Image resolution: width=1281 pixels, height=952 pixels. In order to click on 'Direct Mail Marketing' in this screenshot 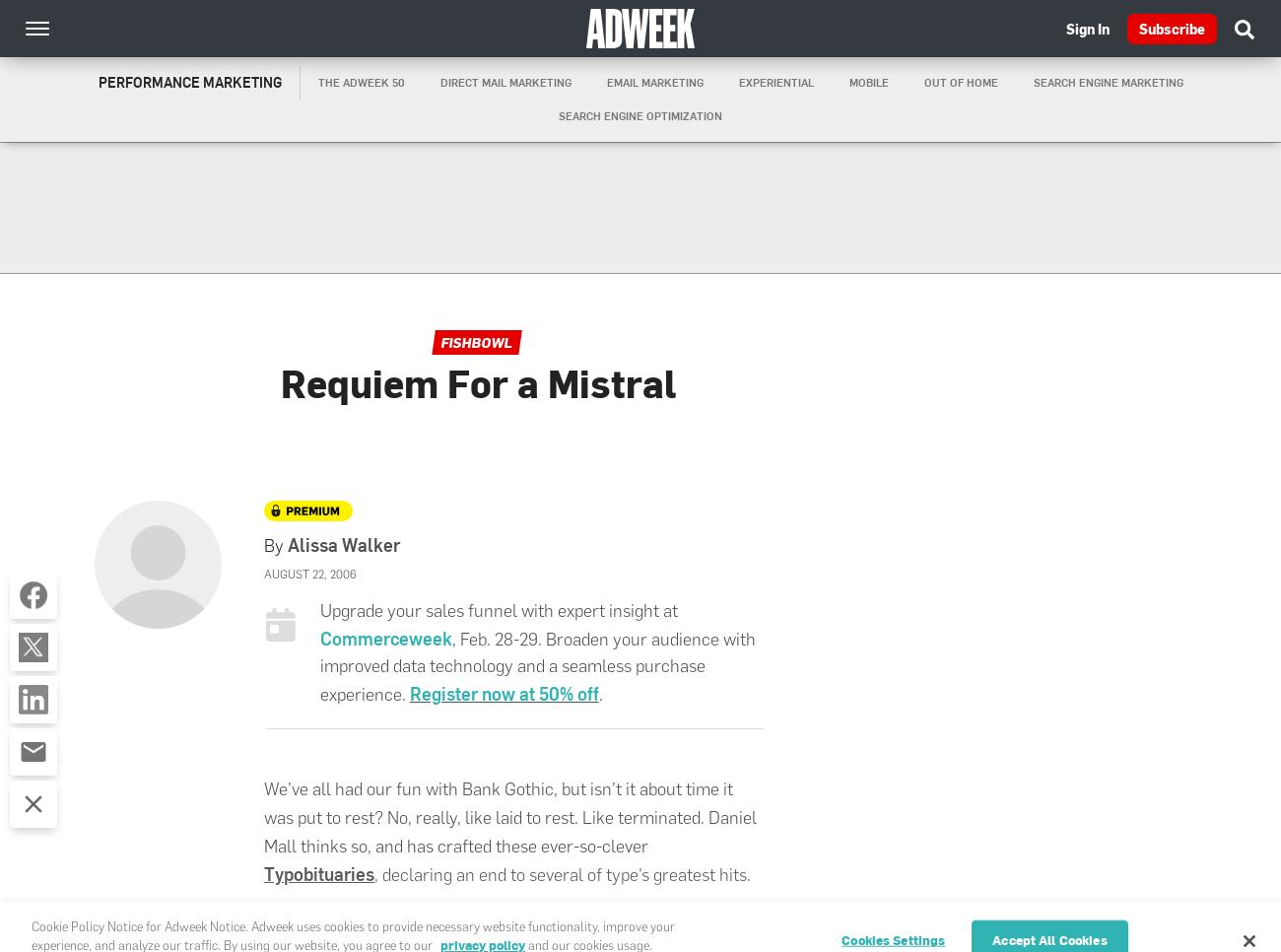, I will do `click(505, 81)`.